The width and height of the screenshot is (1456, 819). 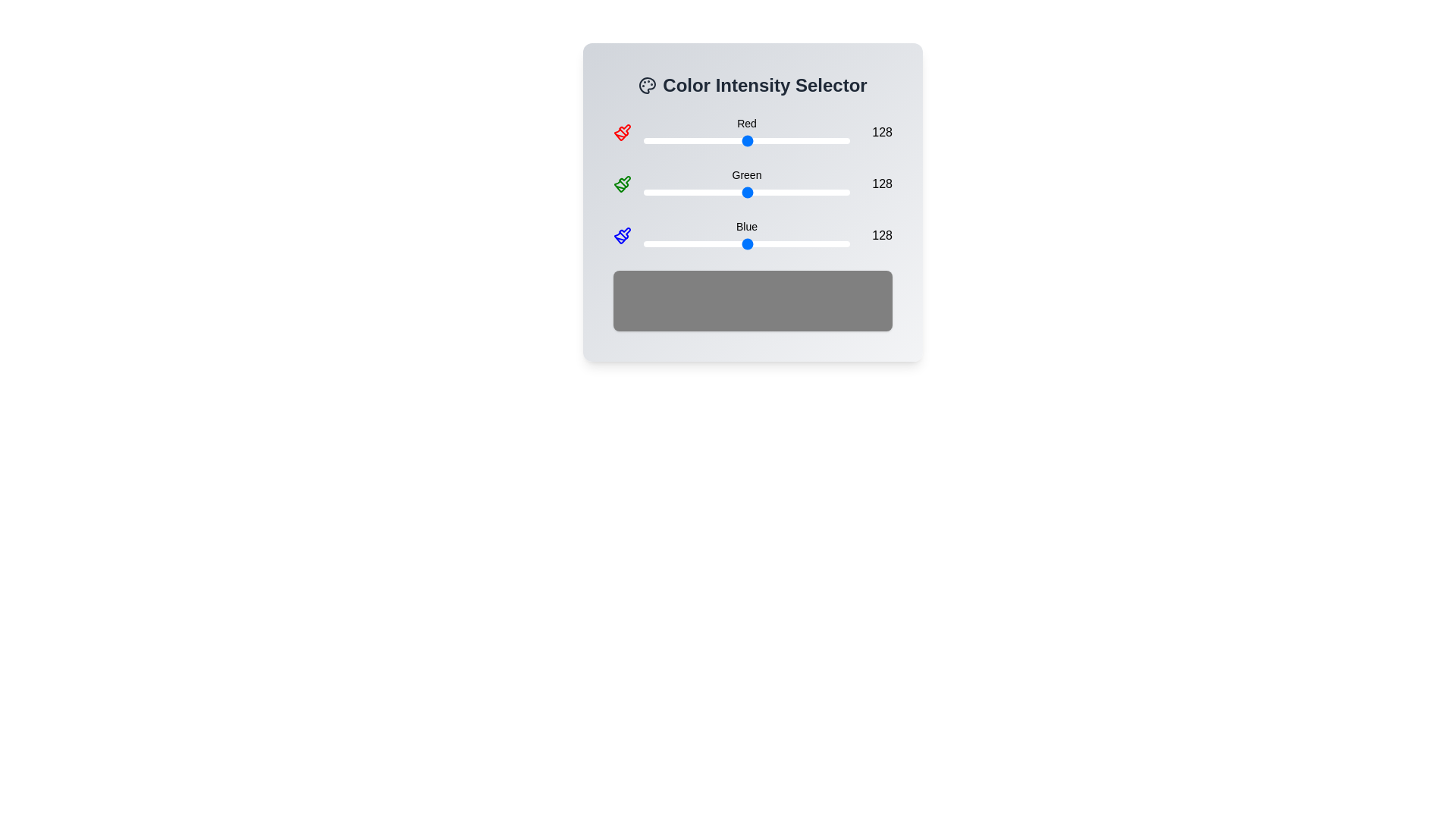 I want to click on green intensity, so click(x=748, y=192).